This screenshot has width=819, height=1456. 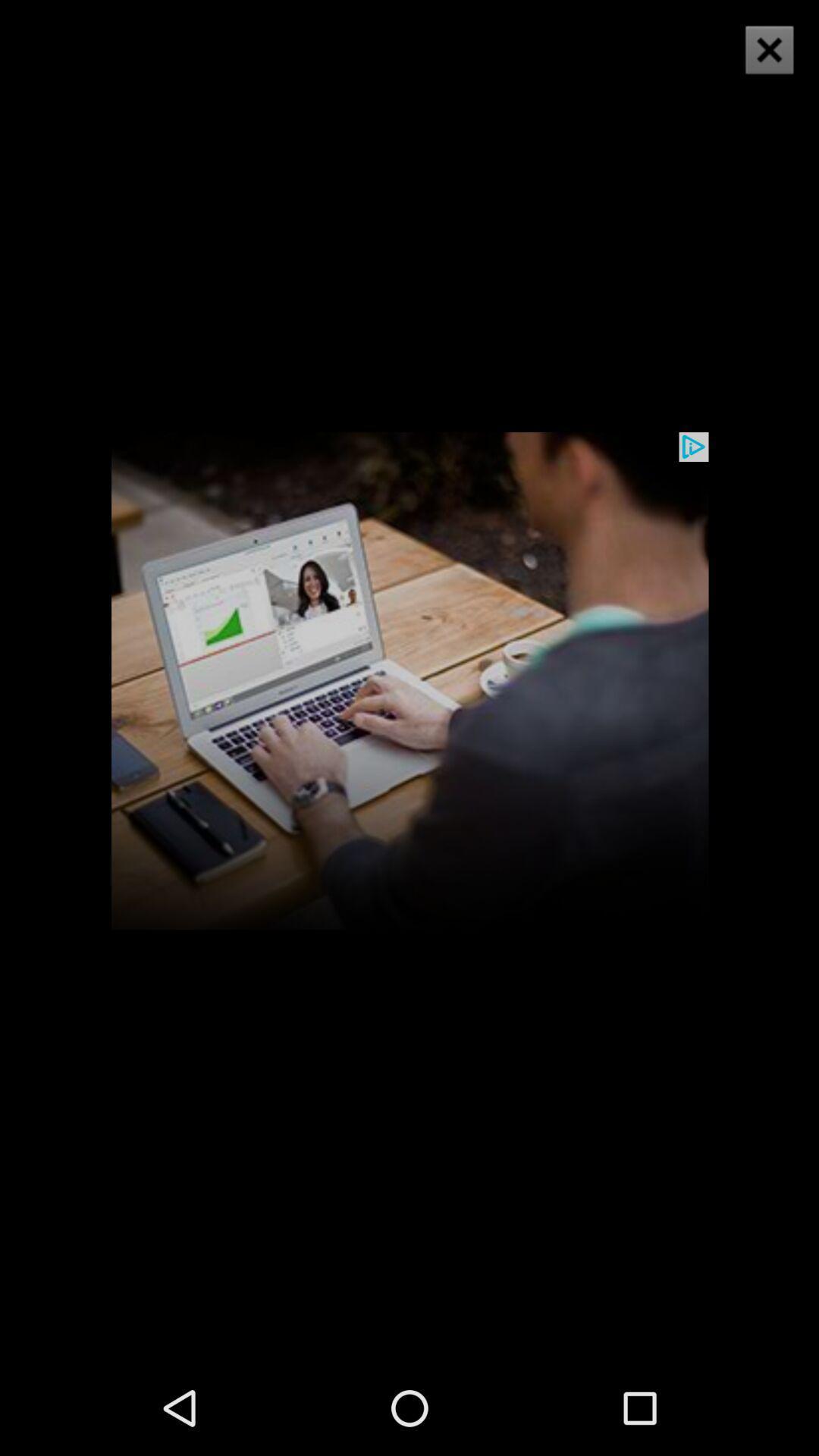 What do you see at coordinates (759, 59) in the screenshot?
I see `the close icon` at bounding box center [759, 59].